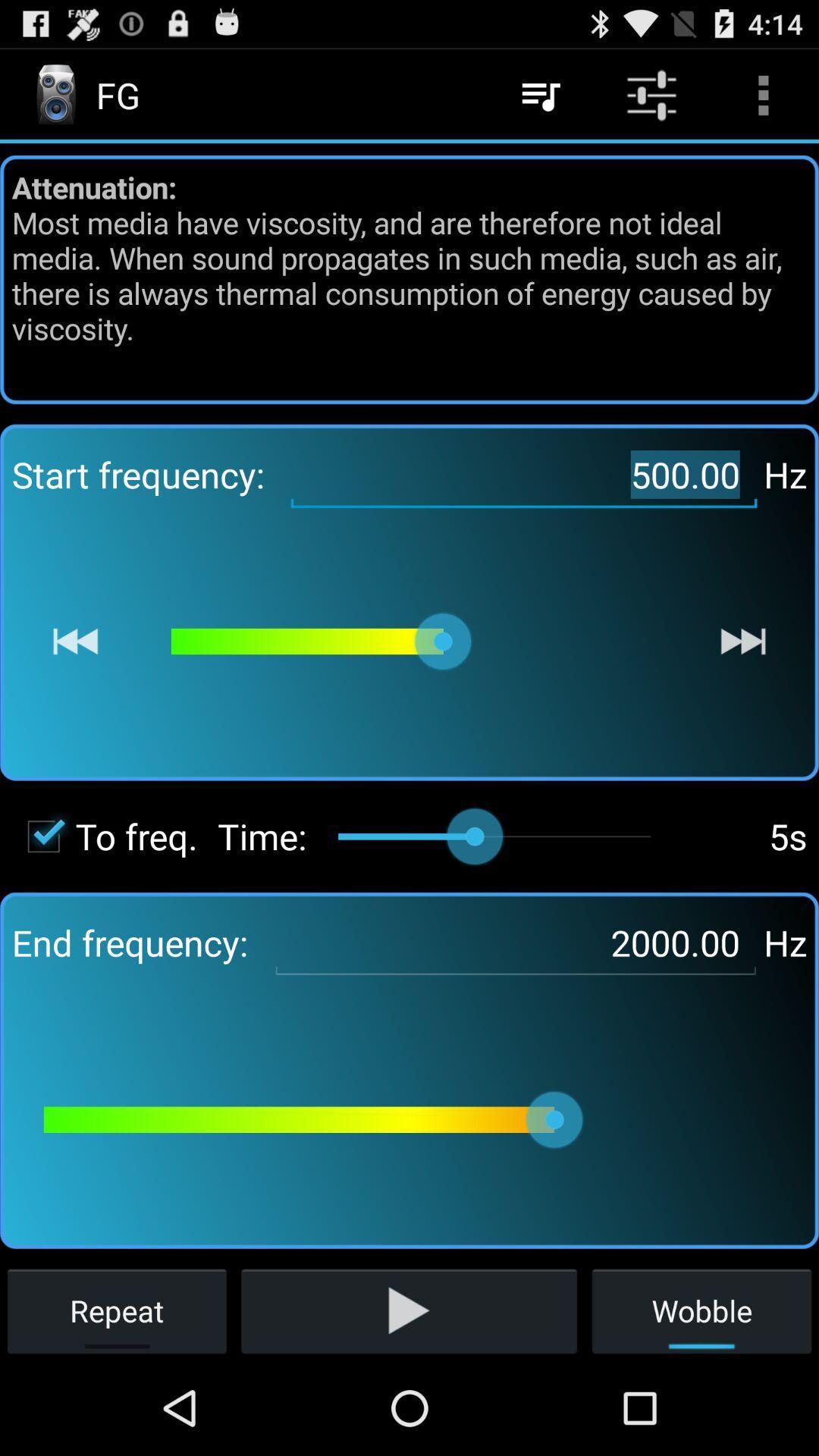  Describe the element at coordinates (75, 686) in the screenshot. I see `the av_rewind icon` at that location.